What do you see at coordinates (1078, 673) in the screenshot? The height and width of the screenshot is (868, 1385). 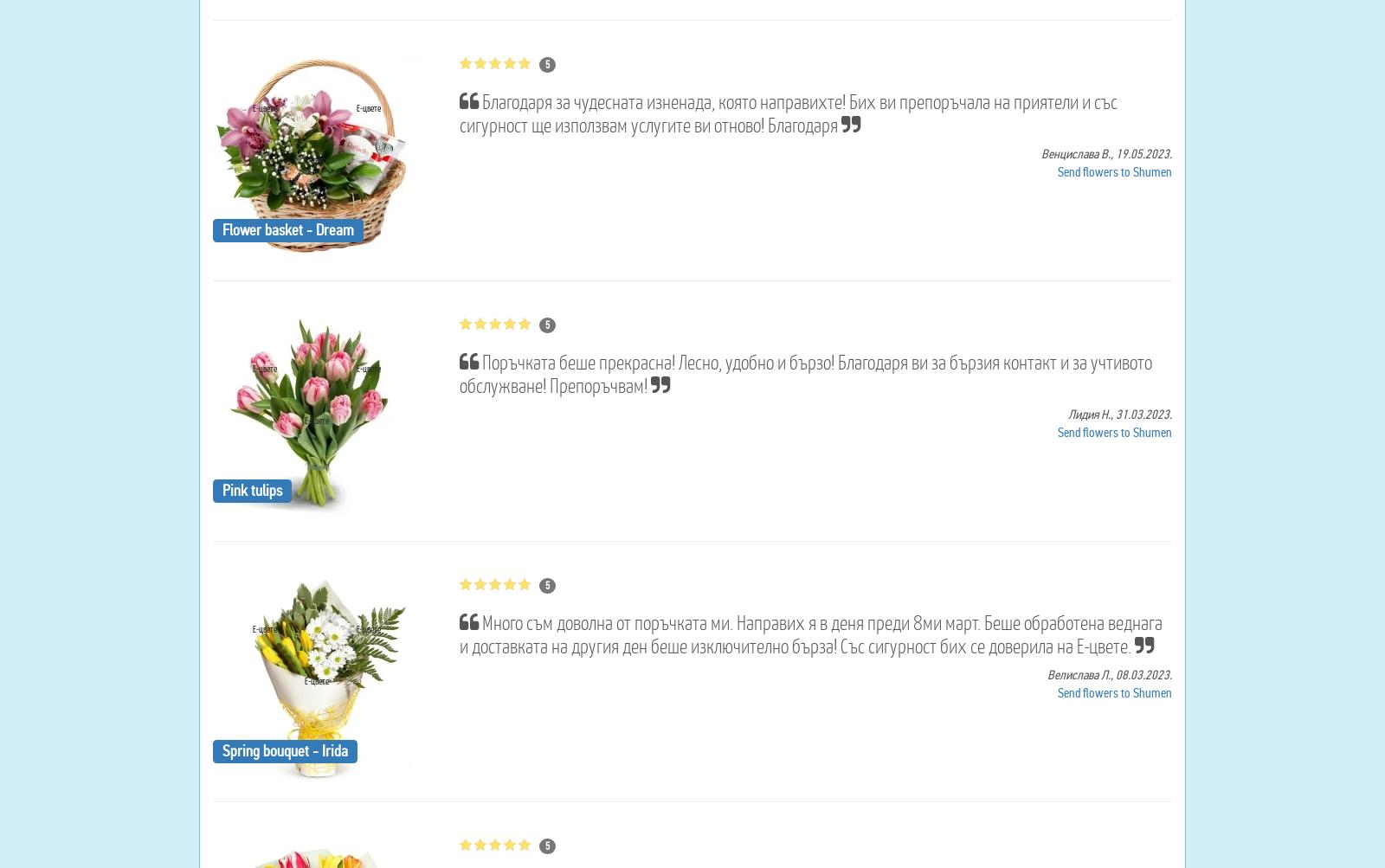 I see `'Велислава Л.'` at bounding box center [1078, 673].